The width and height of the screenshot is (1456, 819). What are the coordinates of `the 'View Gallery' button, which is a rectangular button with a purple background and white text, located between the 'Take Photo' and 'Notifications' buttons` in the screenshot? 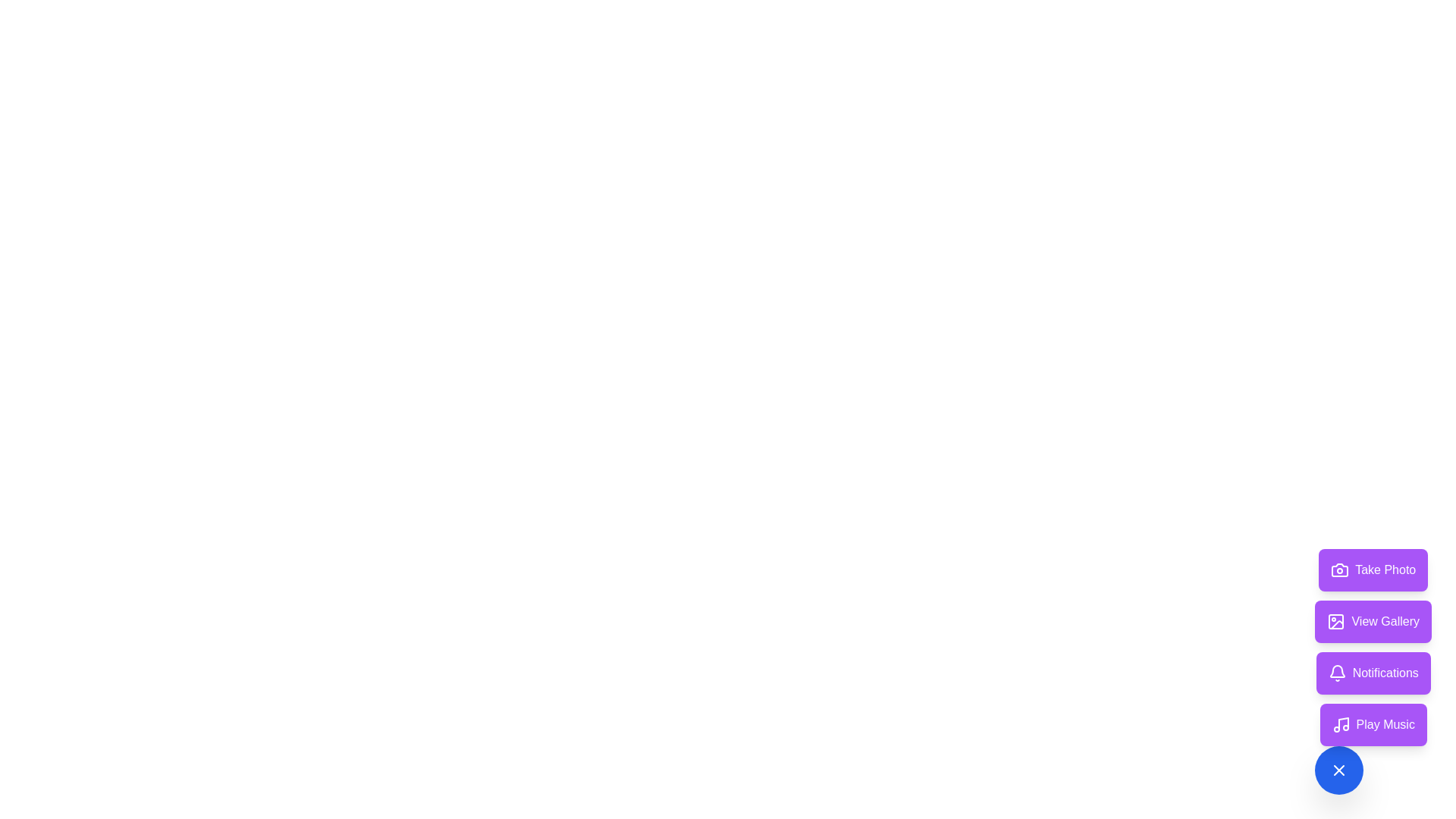 It's located at (1373, 622).